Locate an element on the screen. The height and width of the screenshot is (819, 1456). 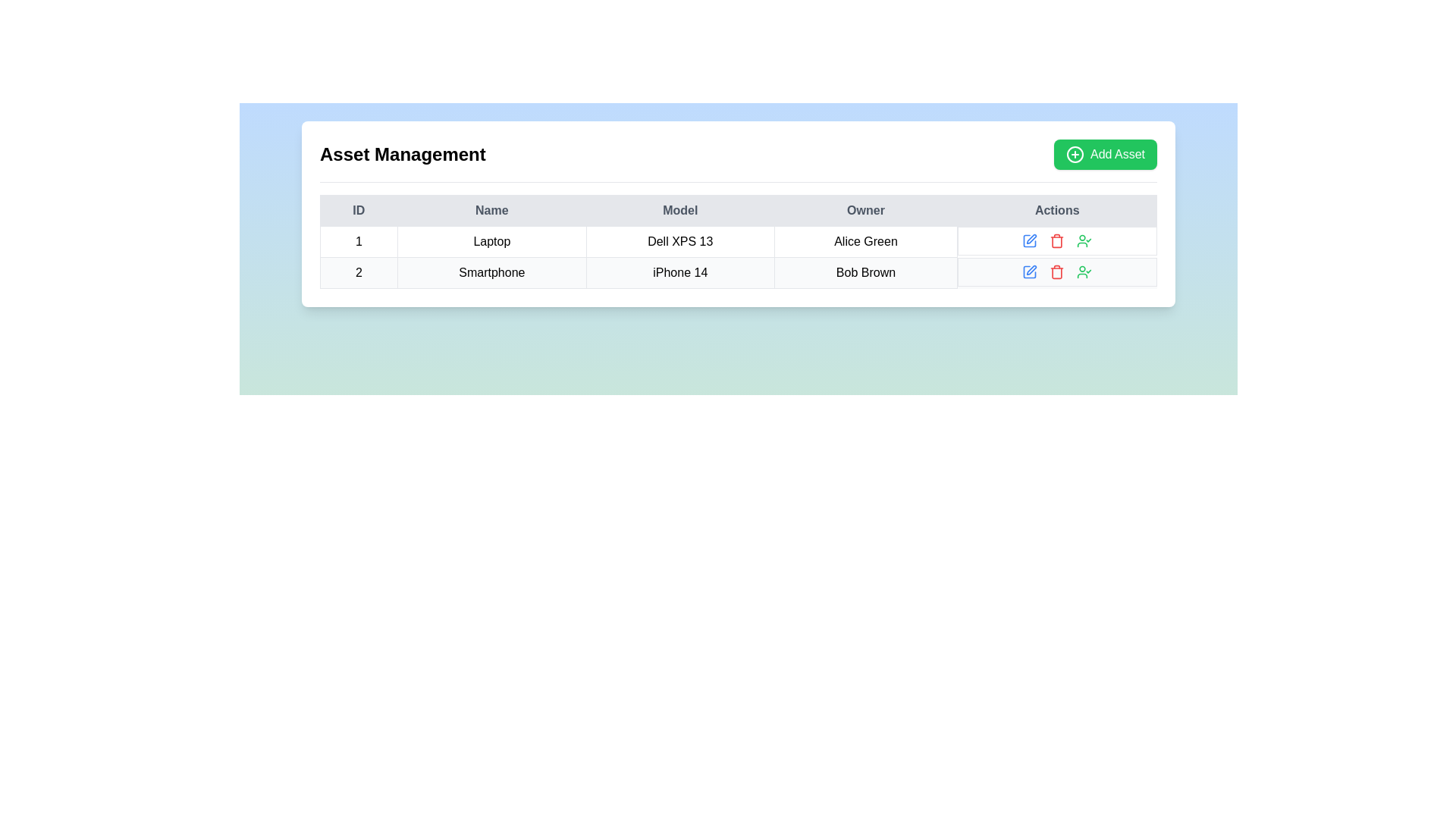
the delete icon button located in the 'Actions' column of the second data row in the table is located at coordinates (1056, 271).